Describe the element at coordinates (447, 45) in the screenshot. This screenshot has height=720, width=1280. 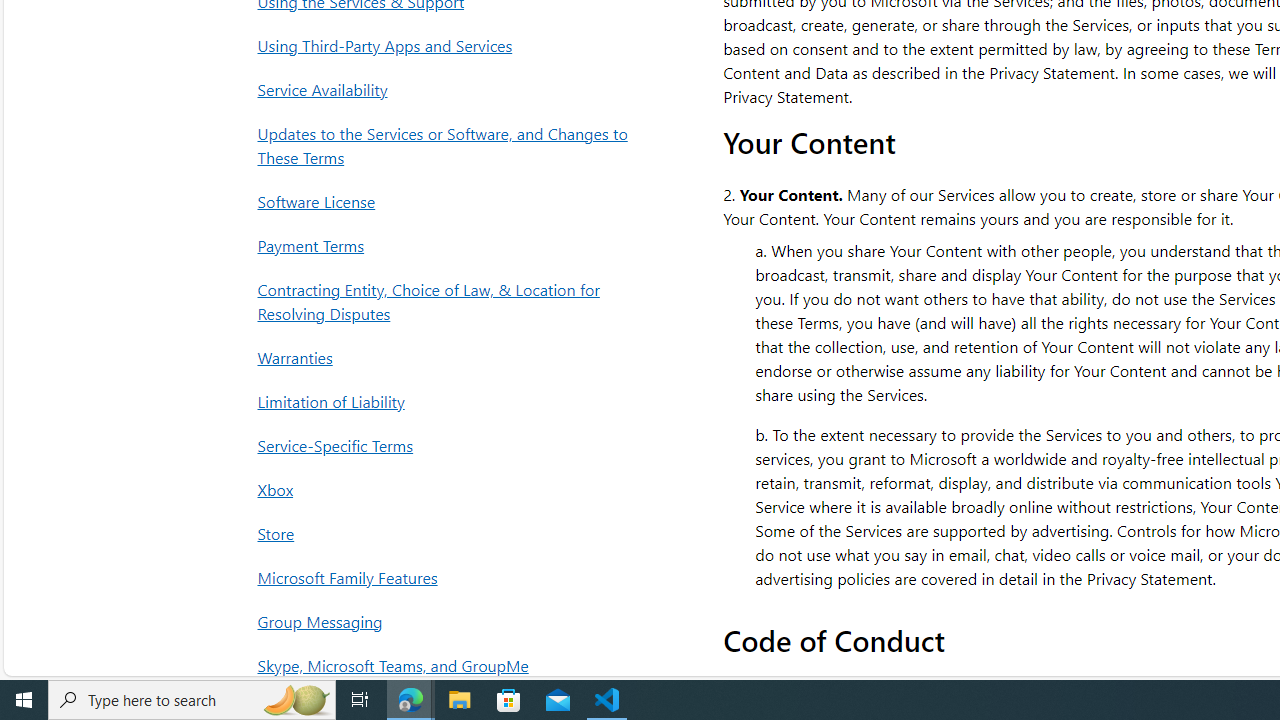
I see `'Using Third-Party Apps and Services'` at that location.